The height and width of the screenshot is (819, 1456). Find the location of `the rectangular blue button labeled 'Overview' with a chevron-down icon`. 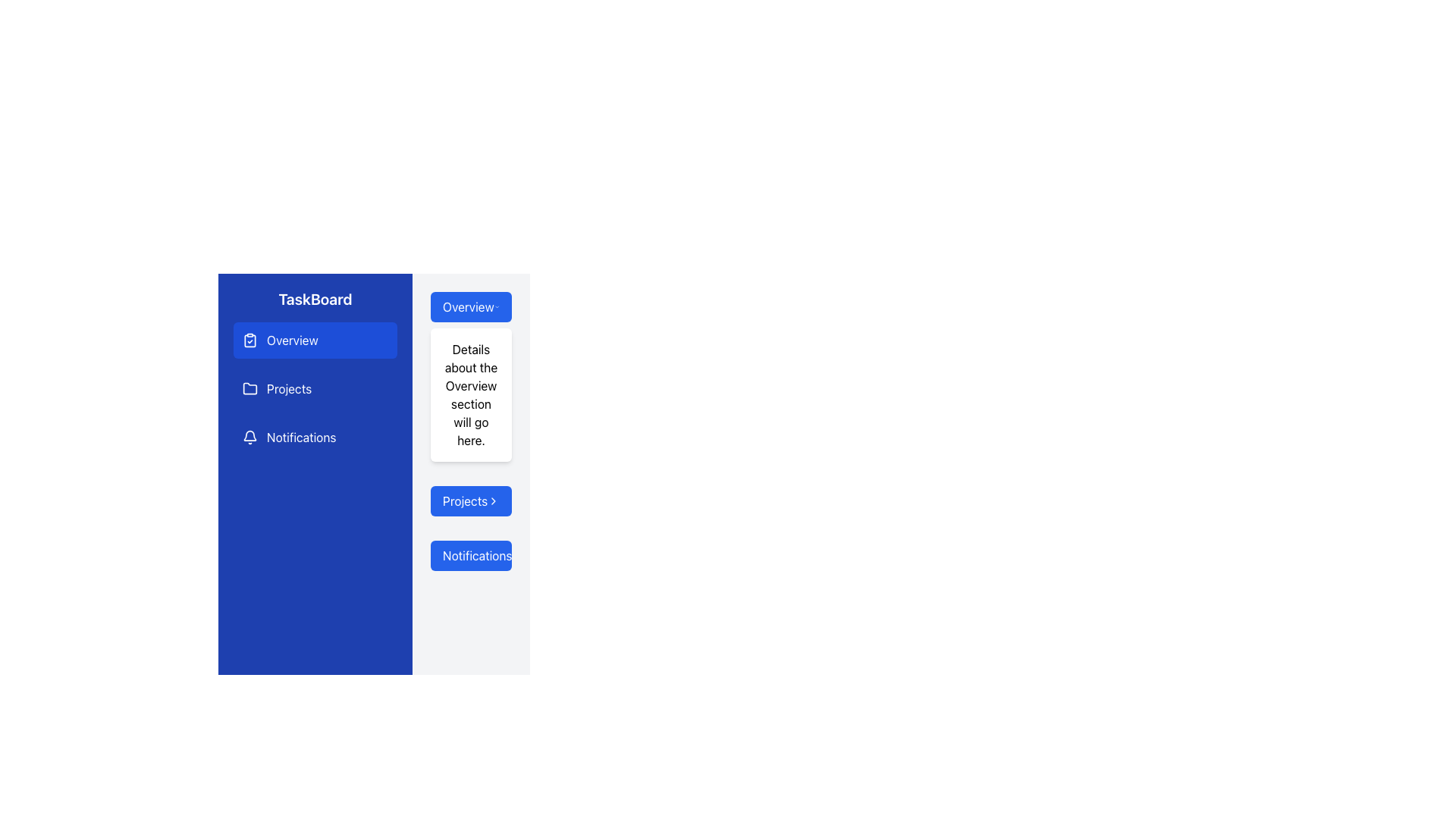

the rectangular blue button labeled 'Overview' with a chevron-down icon is located at coordinates (470, 307).